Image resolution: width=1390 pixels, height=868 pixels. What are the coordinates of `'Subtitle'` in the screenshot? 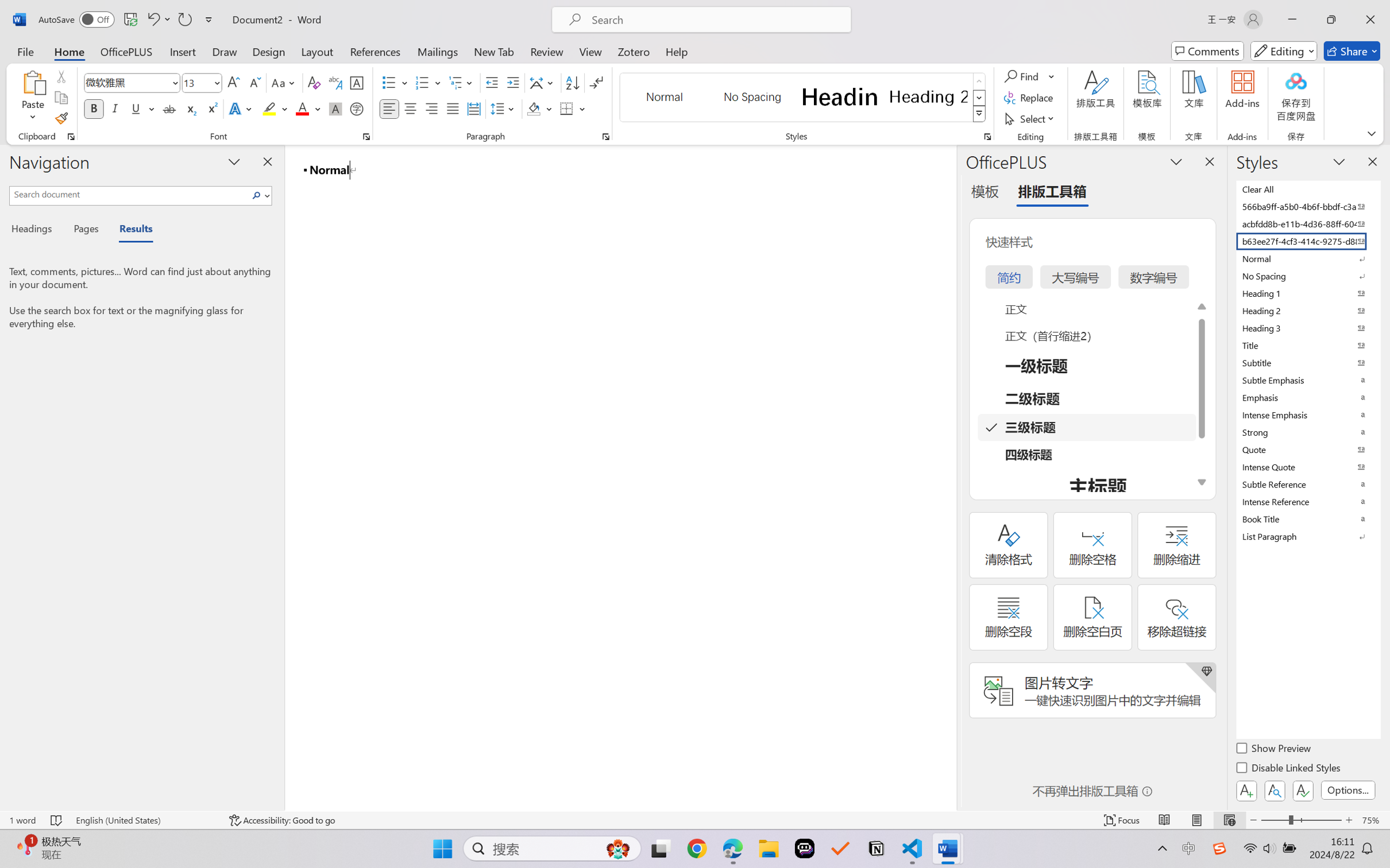 It's located at (1307, 362).